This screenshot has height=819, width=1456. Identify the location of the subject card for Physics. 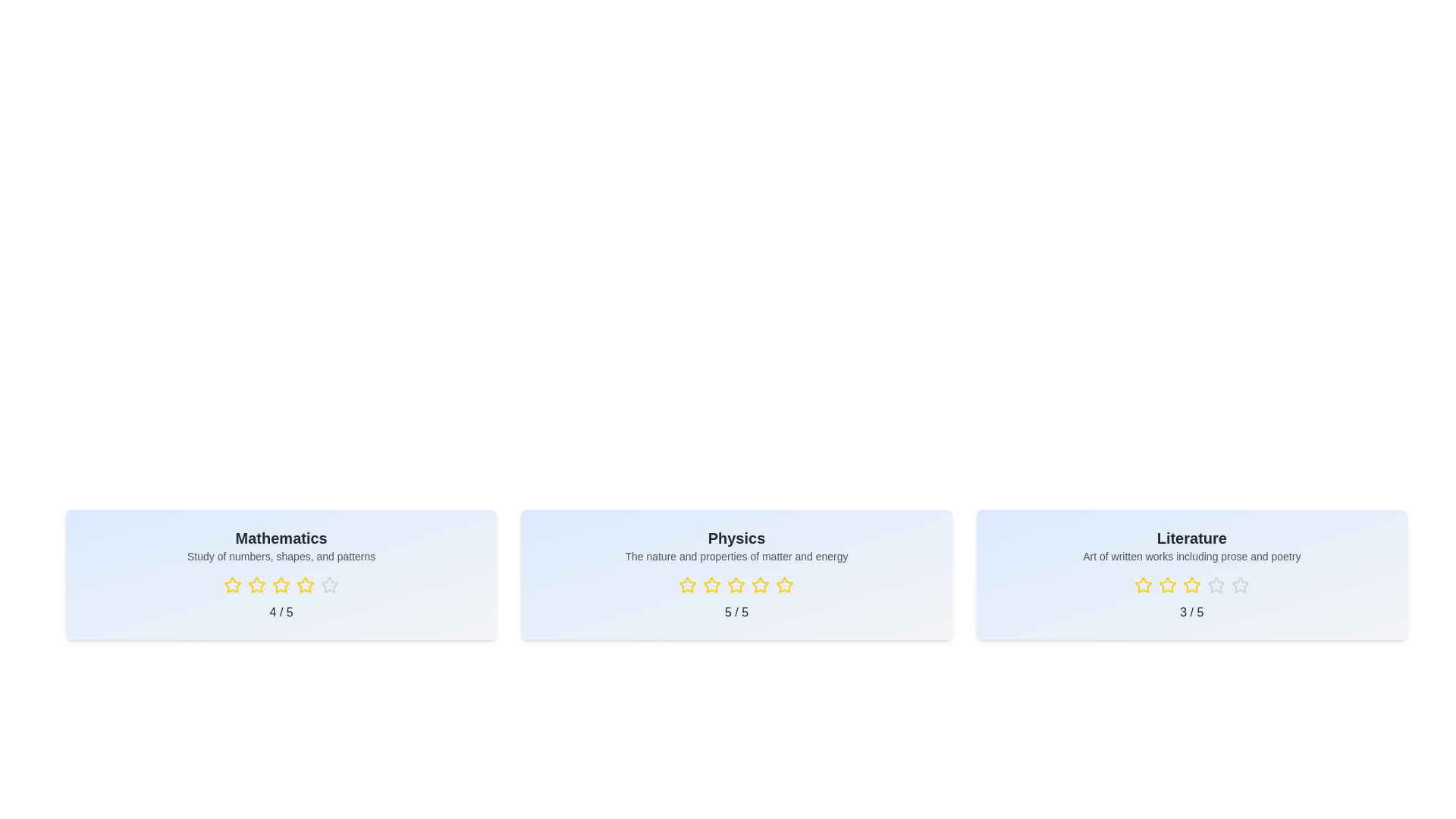
(736, 575).